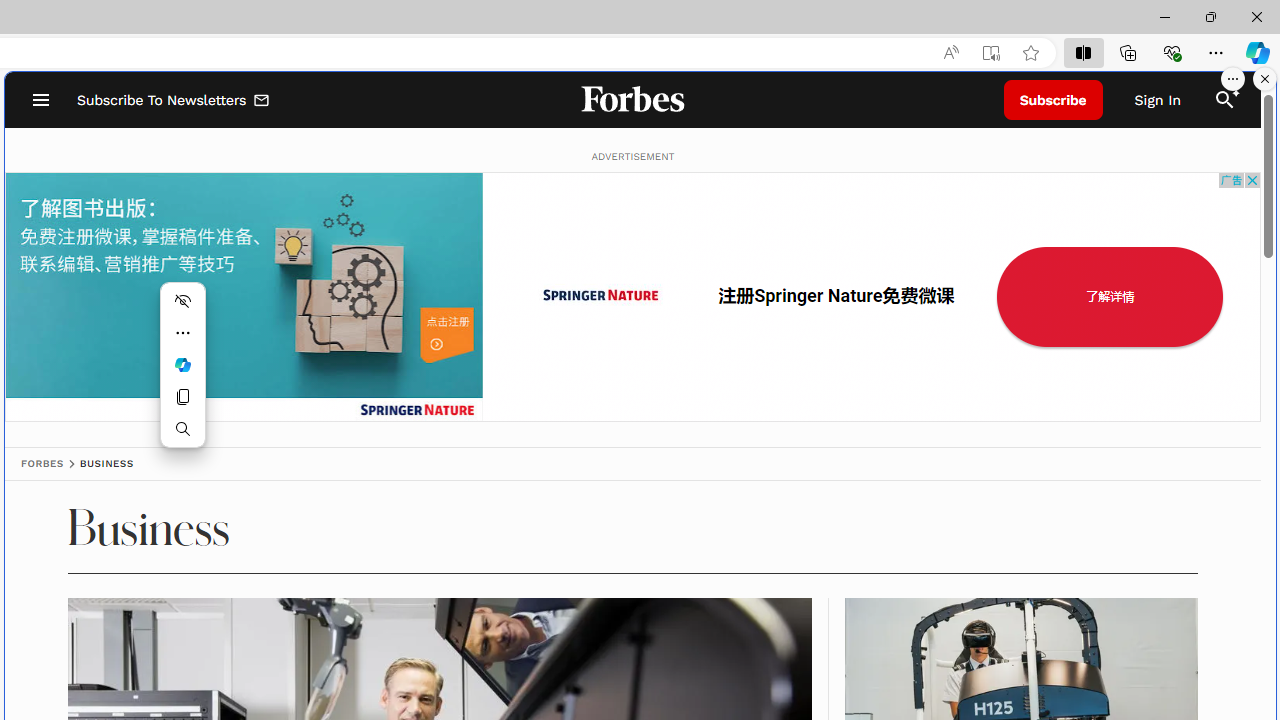  I want to click on 'Class: envelope_svg__fs-icon envelope_svg__fs-icon--envelope', so click(261, 102).